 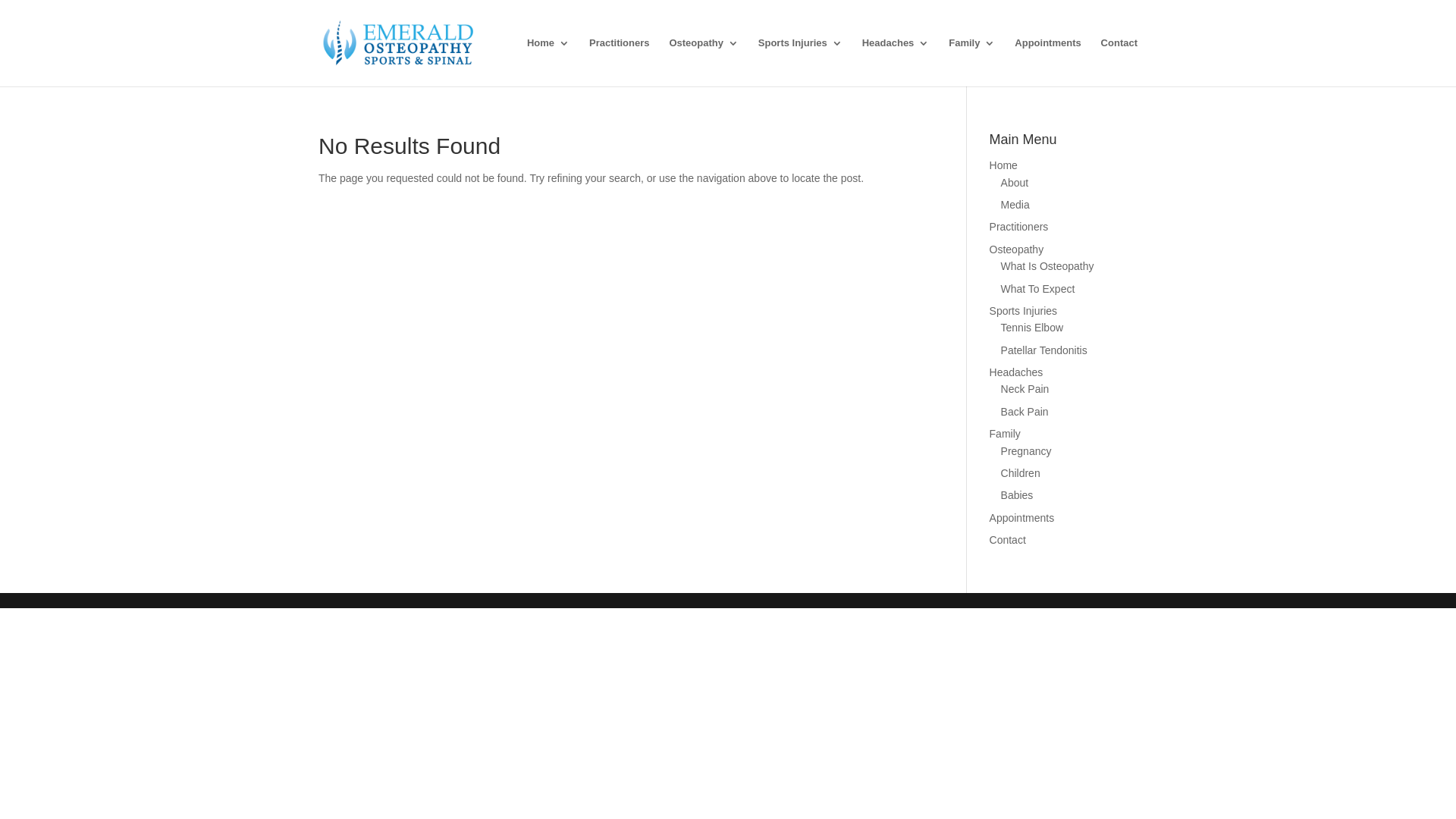 I want to click on 'What To Expect', so click(x=1037, y=289).